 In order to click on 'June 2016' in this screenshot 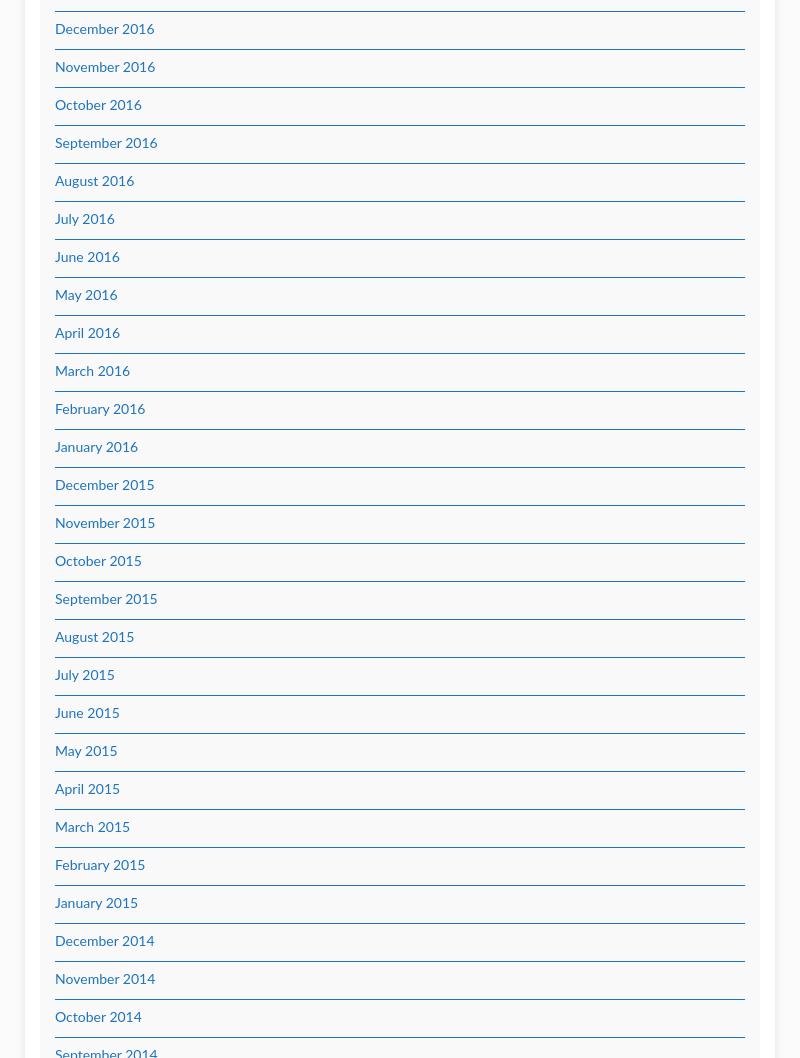, I will do `click(54, 258)`.